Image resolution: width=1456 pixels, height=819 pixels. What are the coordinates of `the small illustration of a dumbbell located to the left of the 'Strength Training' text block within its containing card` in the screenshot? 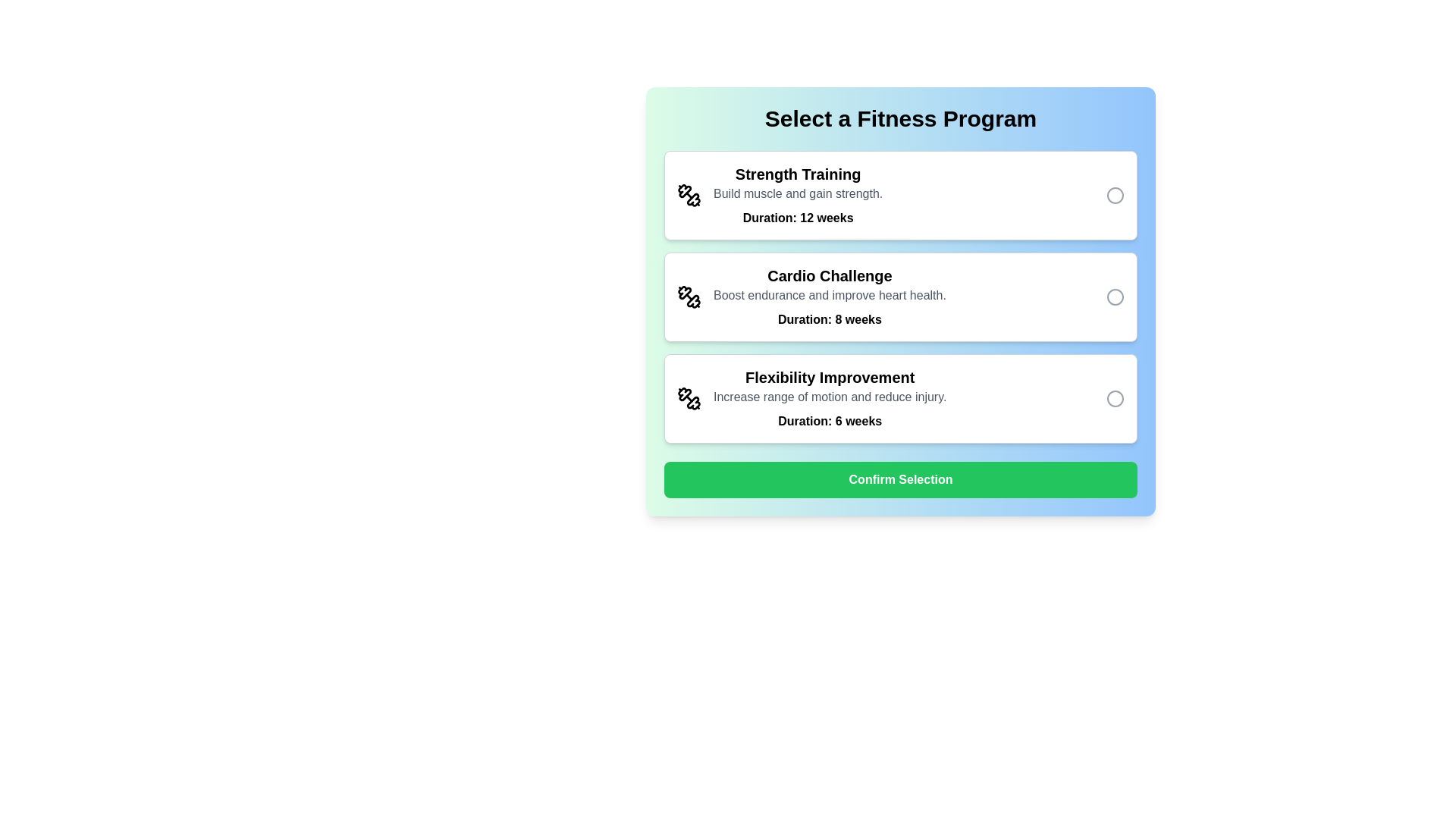 It's located at (688, 195).